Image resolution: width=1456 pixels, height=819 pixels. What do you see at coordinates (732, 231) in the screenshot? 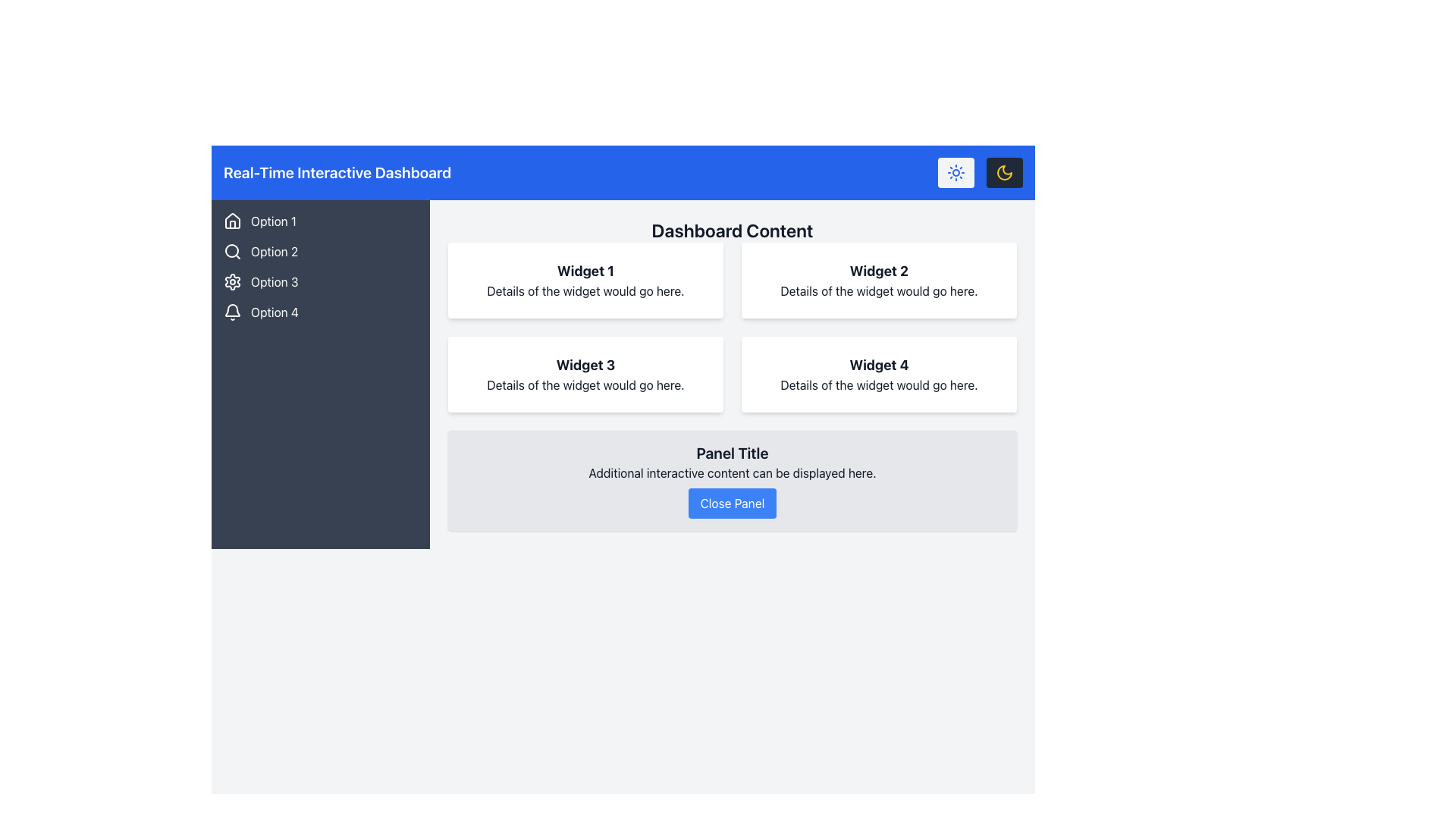
I see `the text element 'Dashboard Content' which is styled with a larger font size and bold typeface, located at the top center of the dashboard's main content area, directly below the blue header bar` at bounding box center [732, 231].